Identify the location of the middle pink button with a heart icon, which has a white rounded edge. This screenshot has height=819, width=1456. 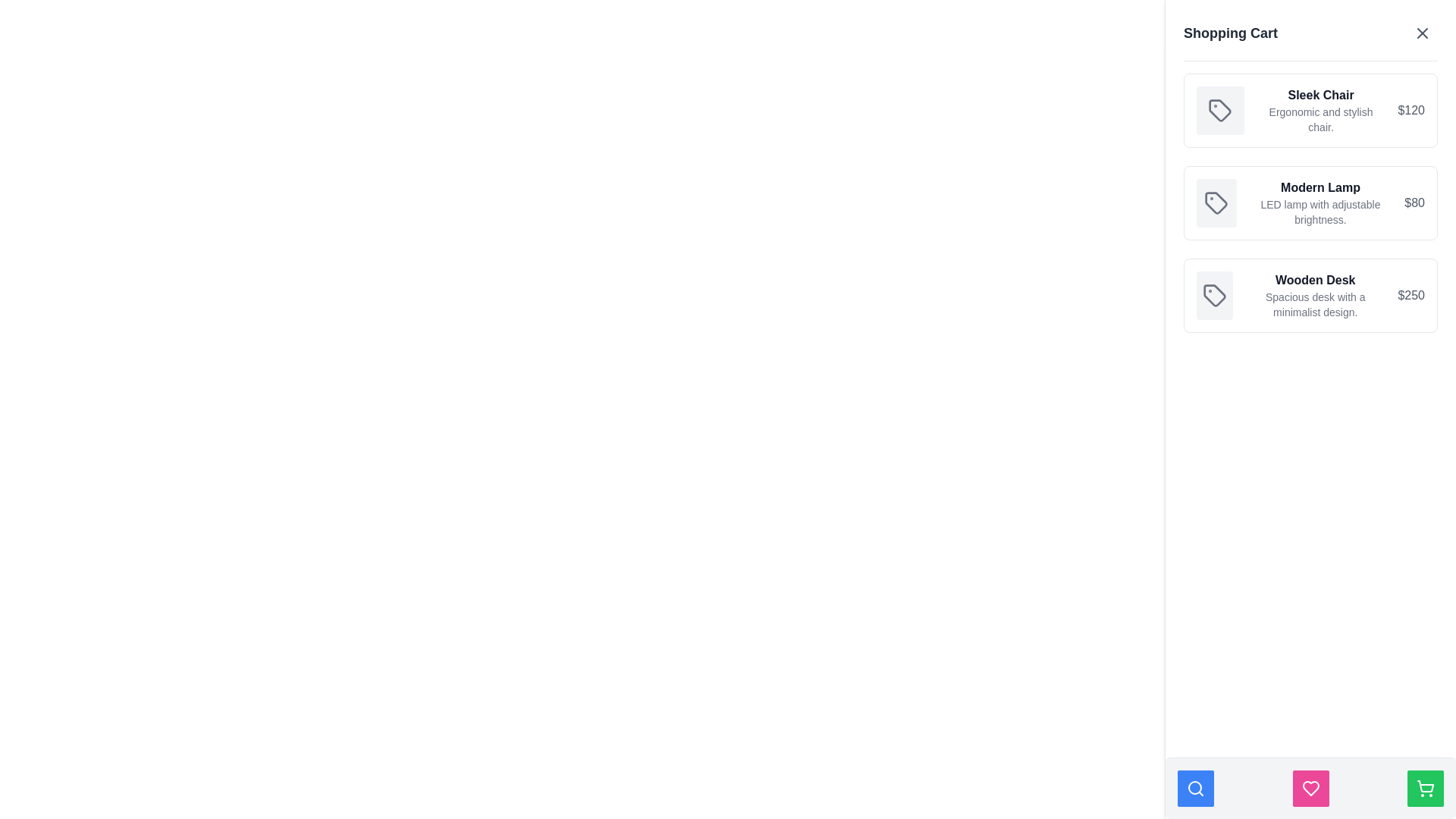
(1310, 788).